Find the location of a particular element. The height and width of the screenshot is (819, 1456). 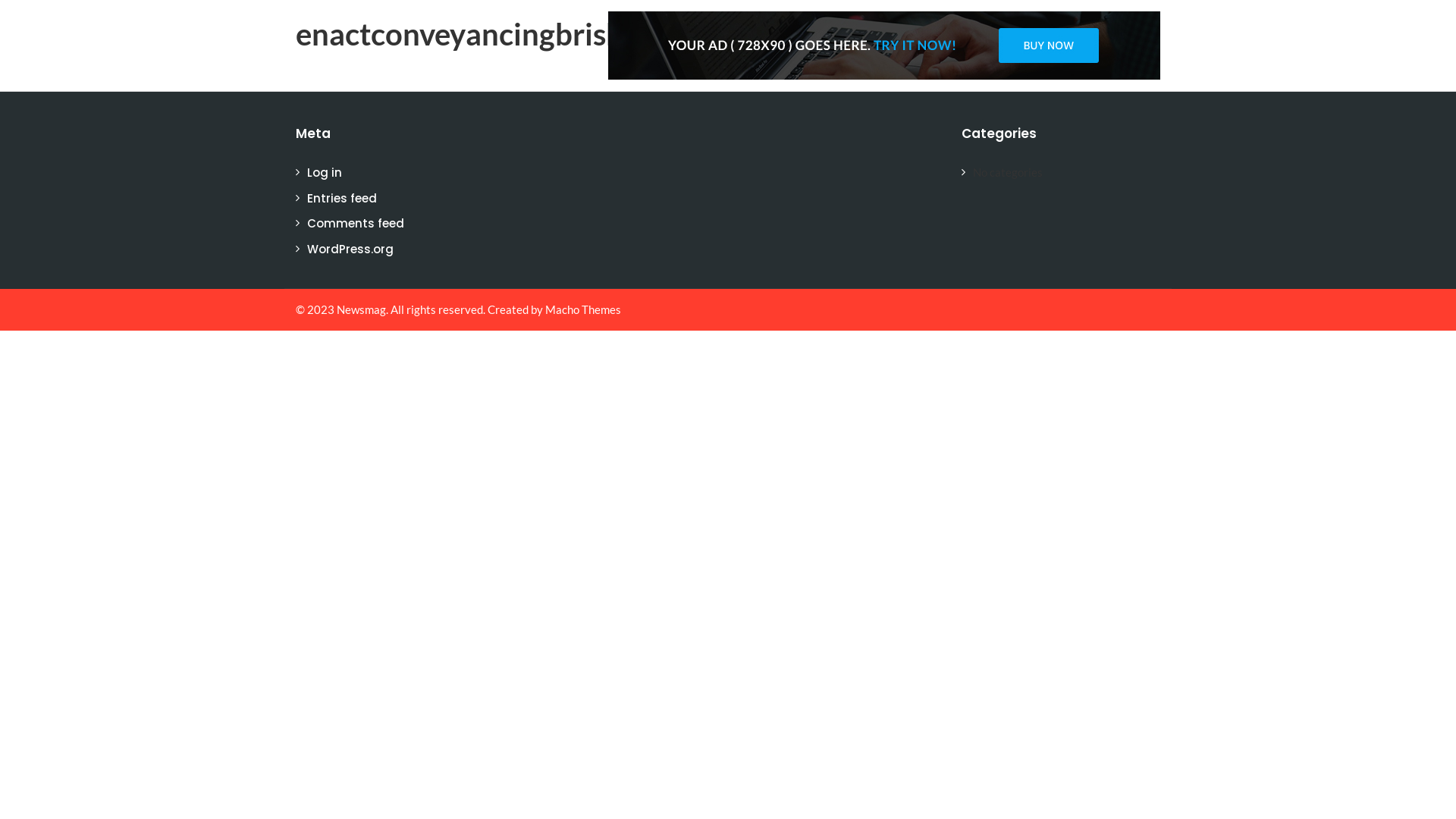

'enactconveyancingbrisbane.com.au' is located at coordinates (536, 34).